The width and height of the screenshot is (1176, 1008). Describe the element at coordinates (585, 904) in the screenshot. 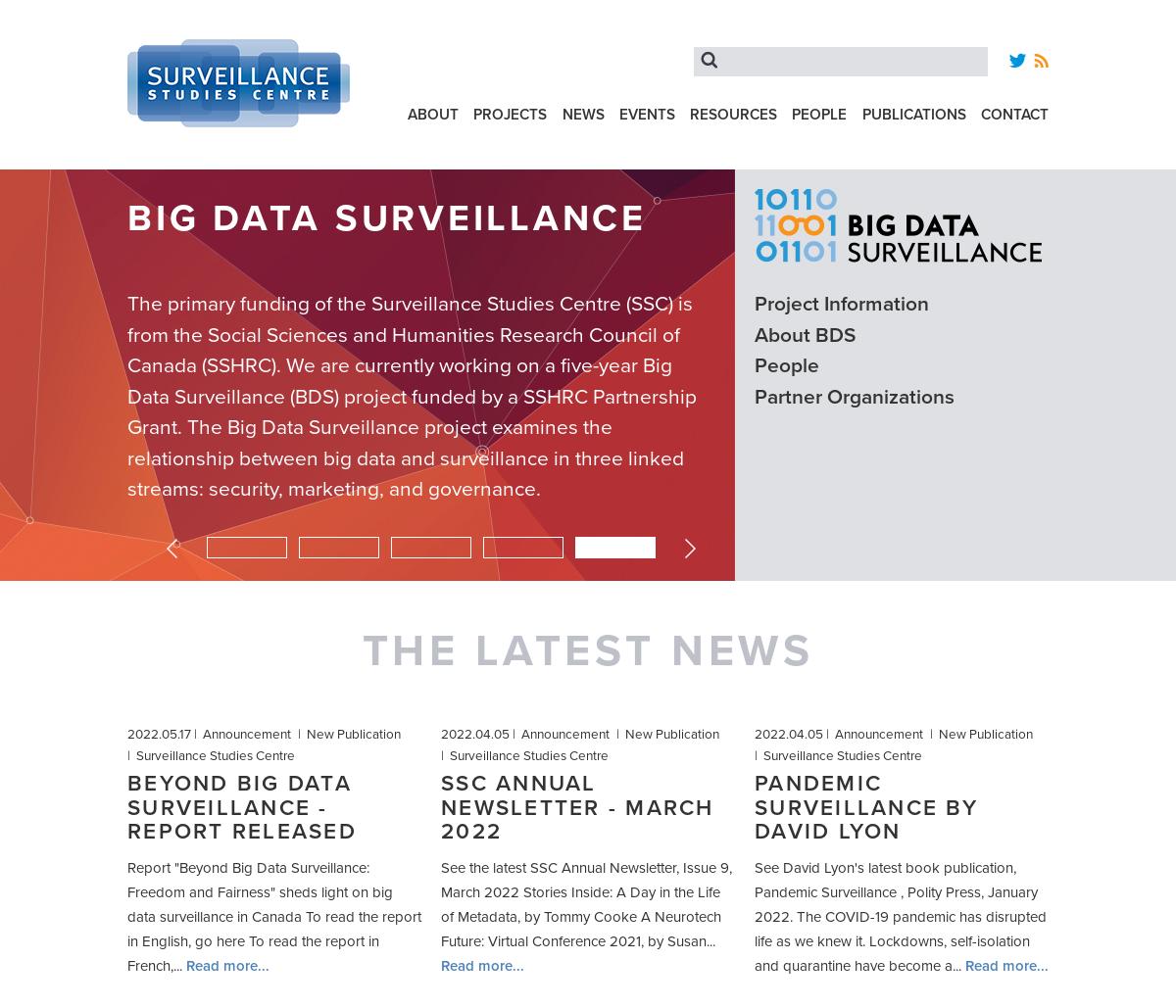

I see `'See the latest SSC Annual Newsletter, Issue 9, March 2022 Stories Inside: A Day in the Life of Metadata, by Tommy Cooke A Neurotech Future: Virtual Conference 2021, by Susan...'` at that location.